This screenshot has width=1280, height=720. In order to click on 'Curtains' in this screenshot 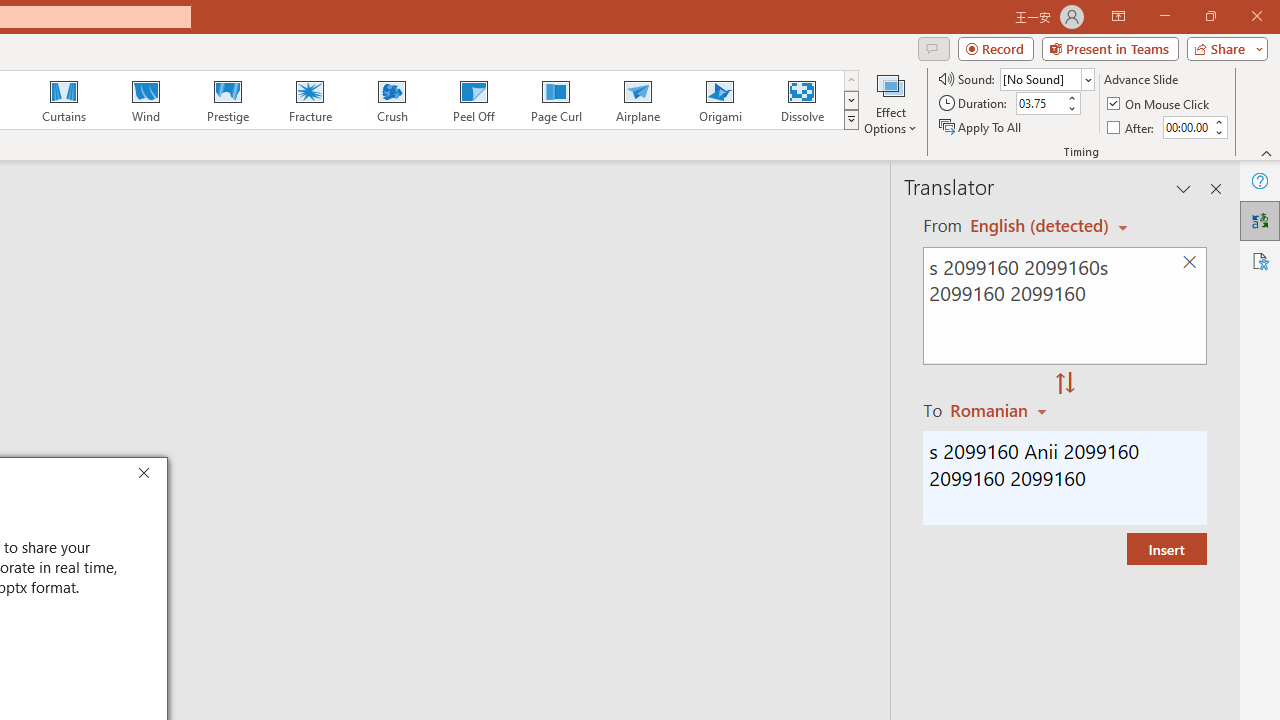, I will do `click(64, 100)`.